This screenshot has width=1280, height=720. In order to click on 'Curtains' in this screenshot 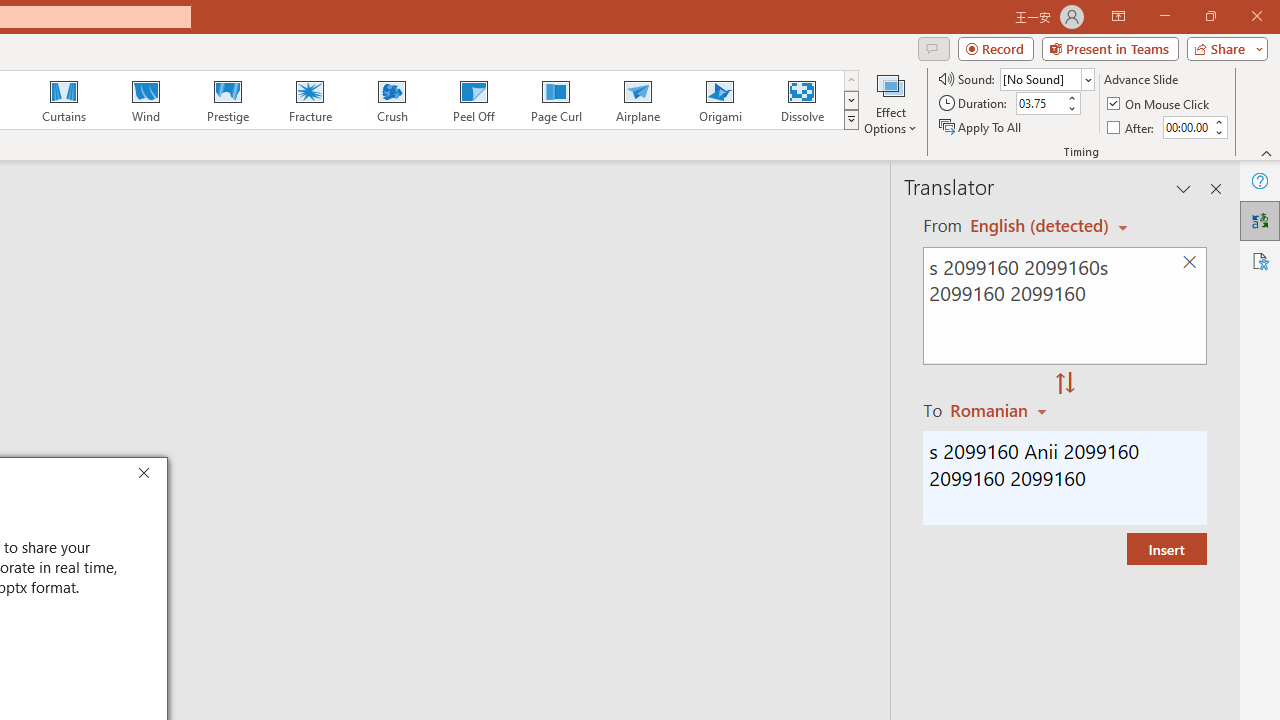, I will do `click(64, 100)`.